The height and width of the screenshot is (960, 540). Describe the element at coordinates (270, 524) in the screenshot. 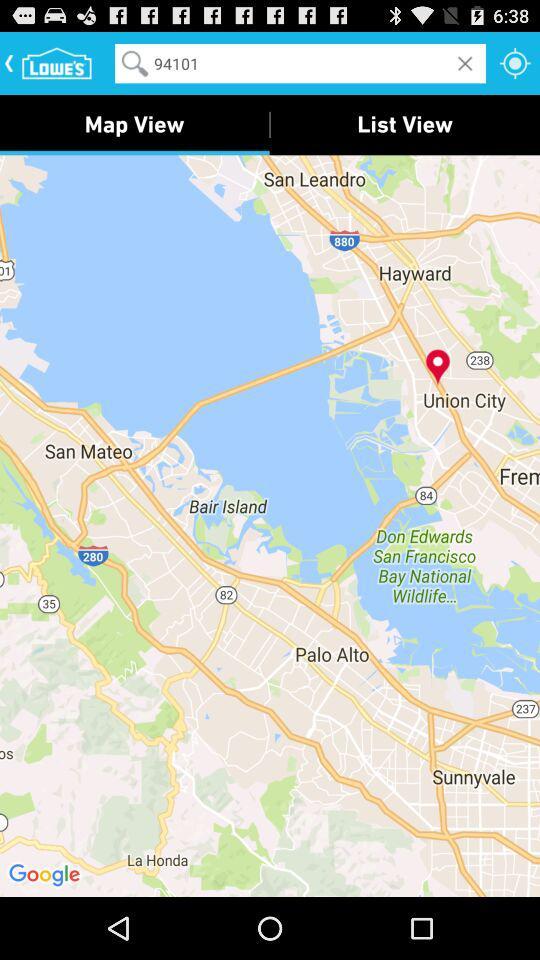

I see `item below map view icon` at that location.